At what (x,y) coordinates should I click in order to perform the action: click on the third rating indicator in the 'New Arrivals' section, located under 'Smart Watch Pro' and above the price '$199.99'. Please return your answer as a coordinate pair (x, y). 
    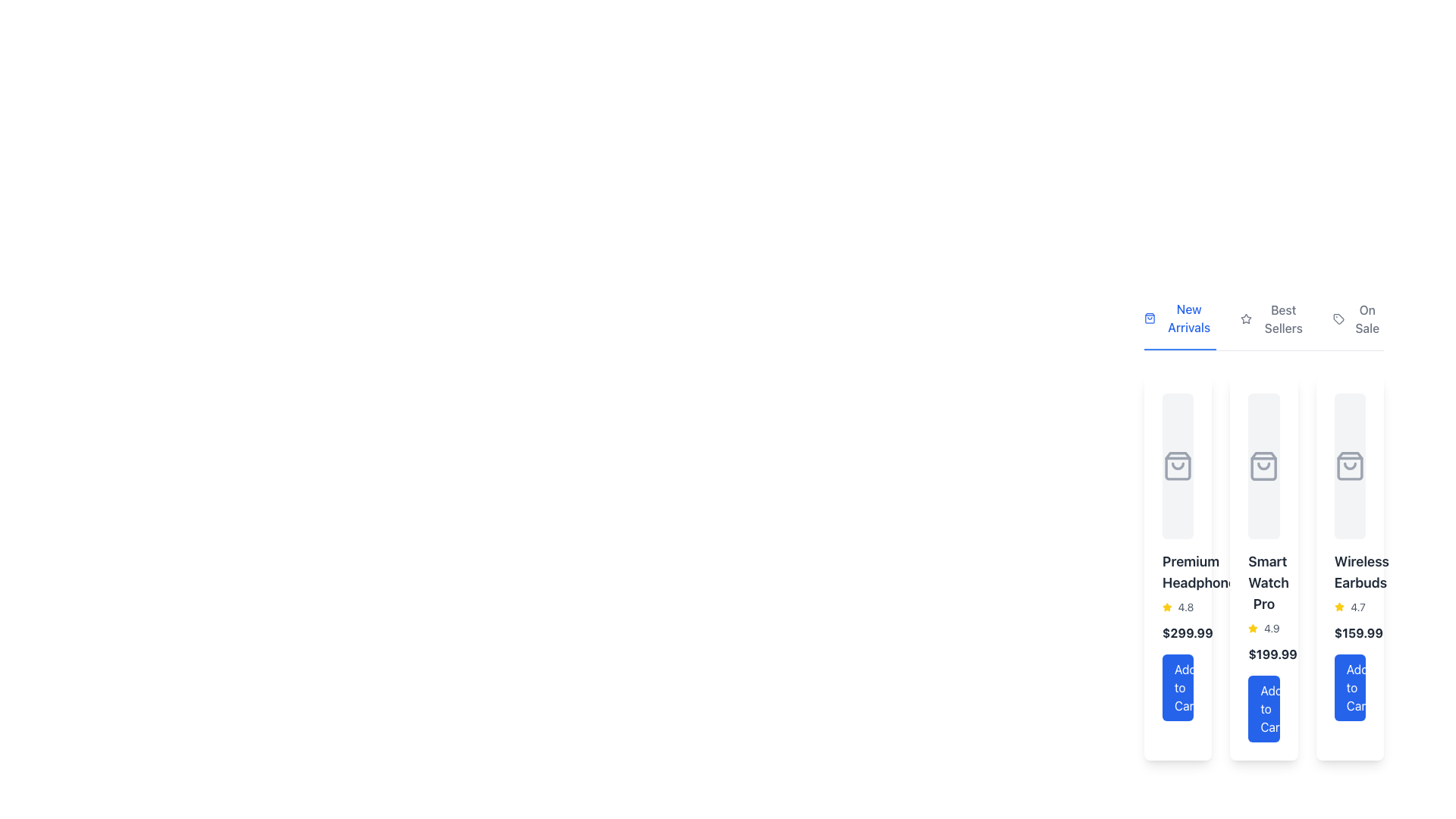
    Looking at the image, I should click on (1263, 629).